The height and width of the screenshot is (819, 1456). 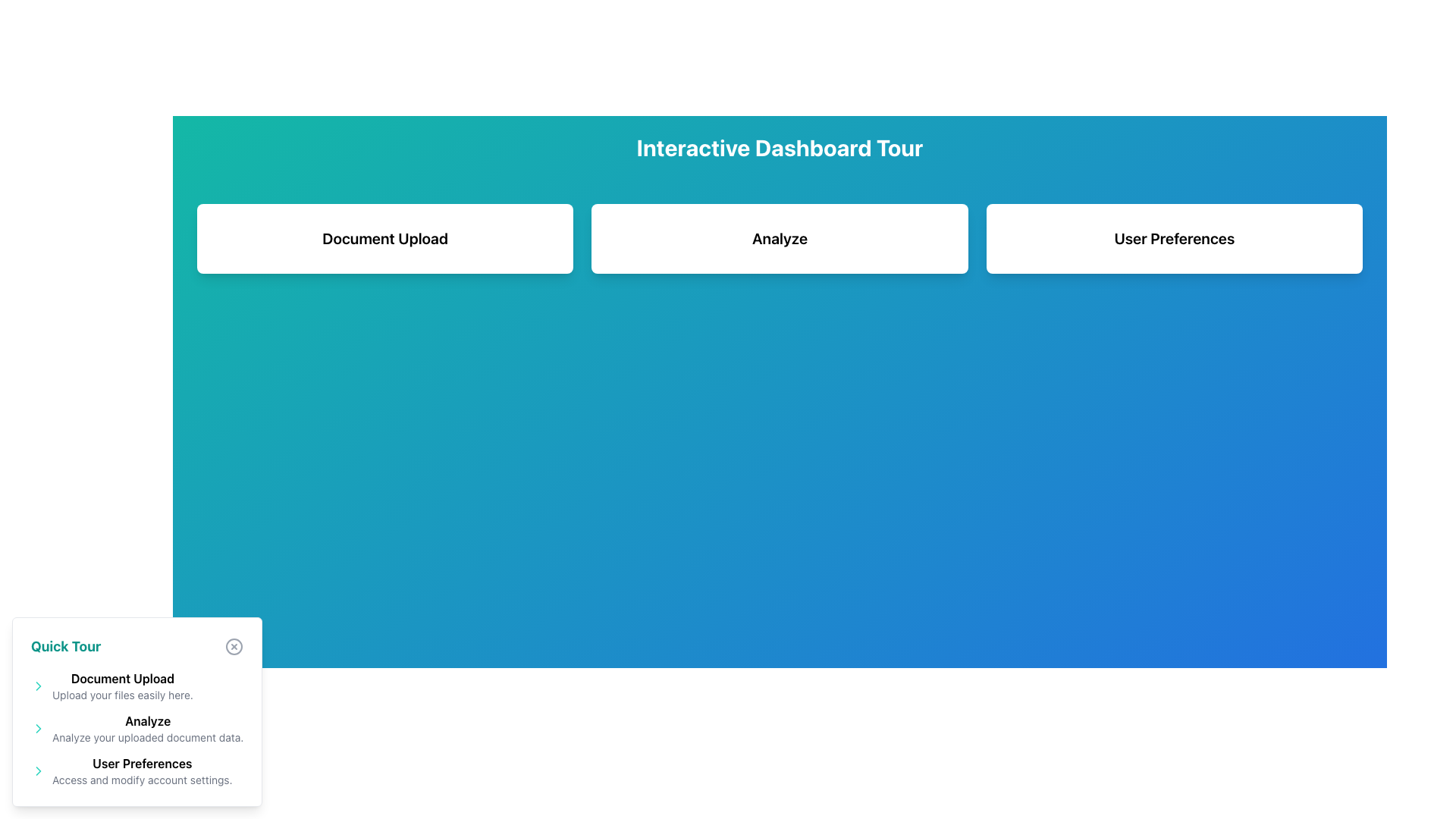 I want to click on the informational label titled 'User Preferences' which provides access to account settings, located under the 'Quick Tour' section, so click(x=142, y=771).